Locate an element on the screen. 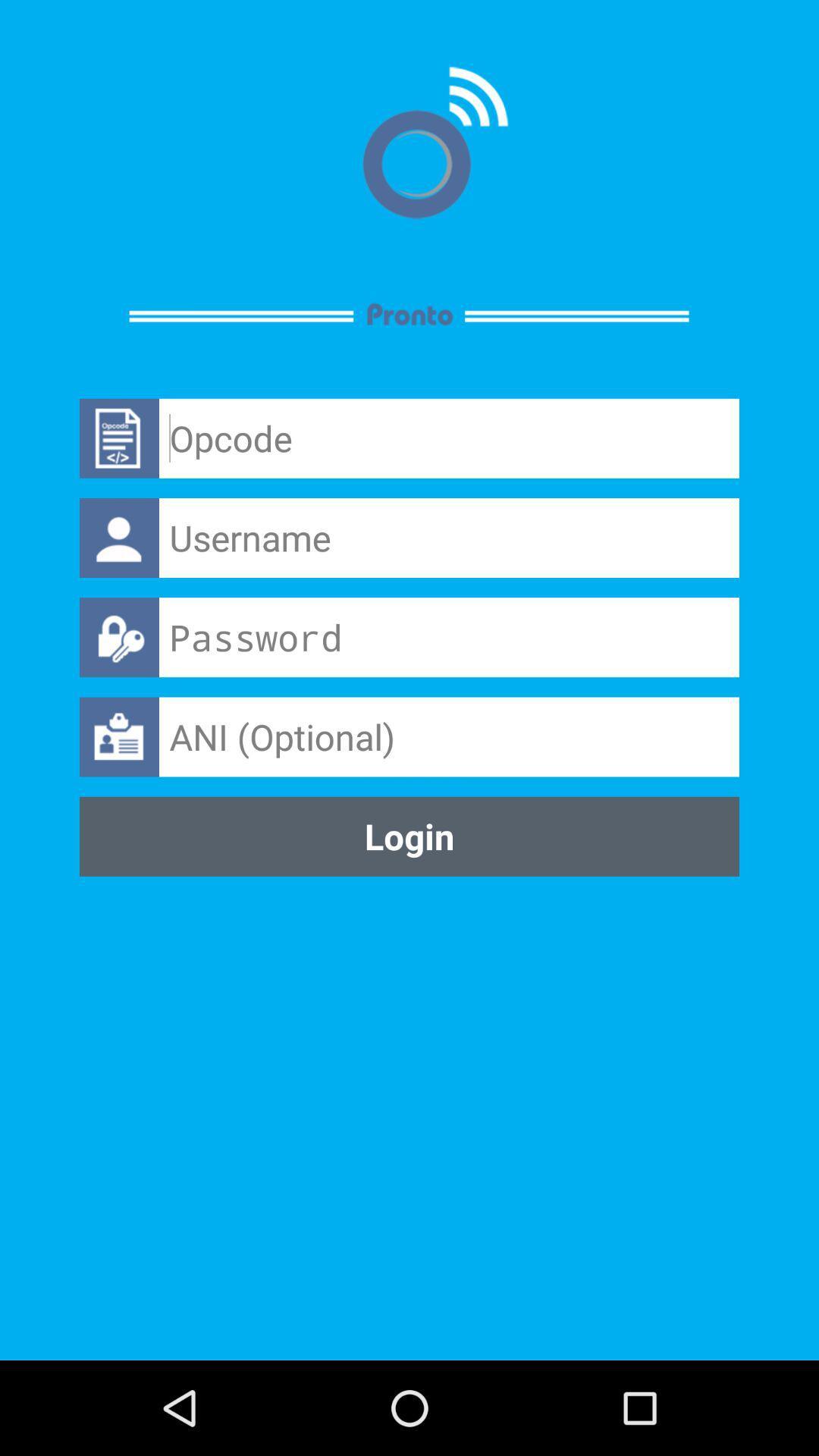  your password is located at coordinates (448, 637).